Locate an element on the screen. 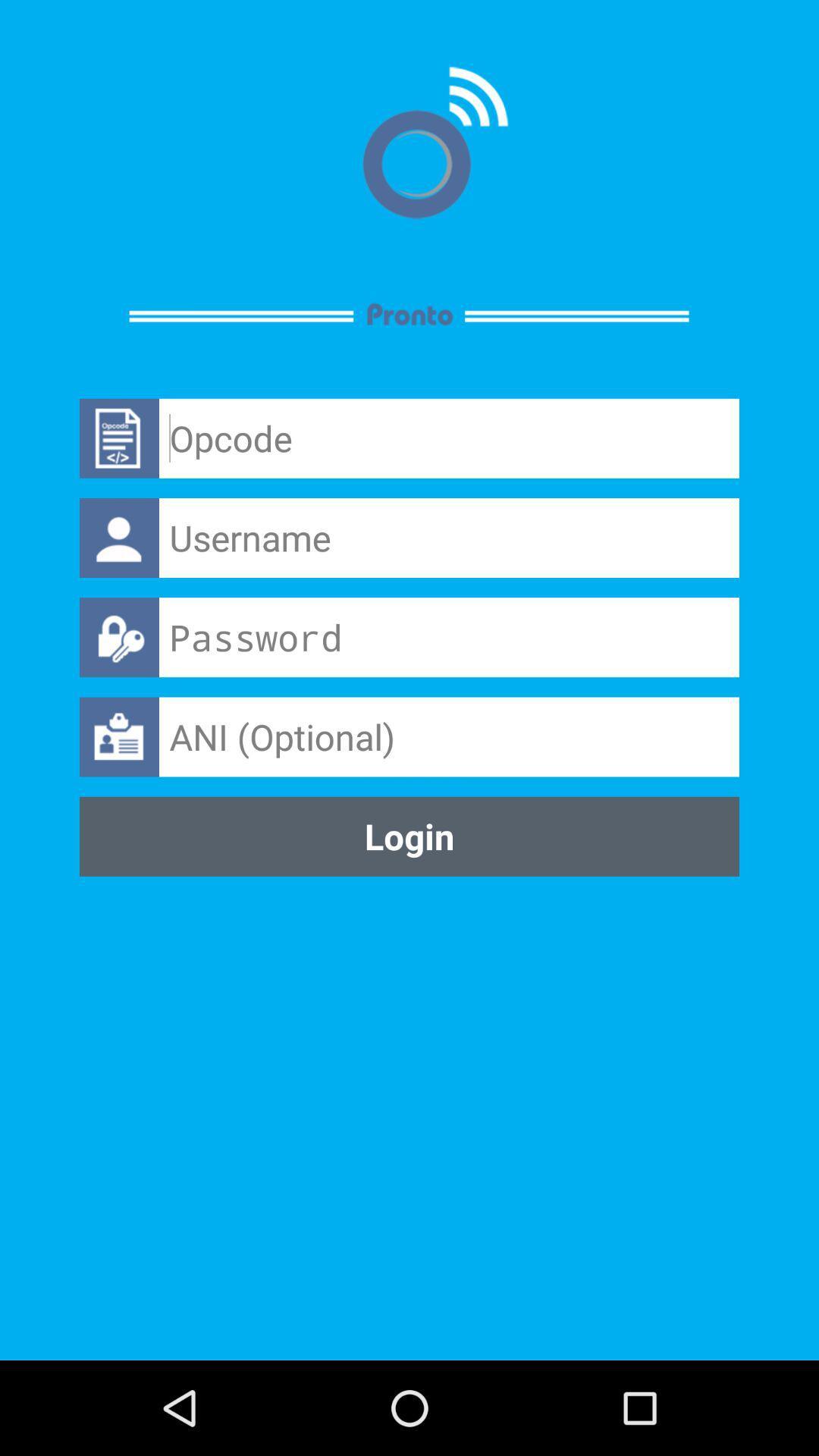  your password is located at coordinates (448, 637).